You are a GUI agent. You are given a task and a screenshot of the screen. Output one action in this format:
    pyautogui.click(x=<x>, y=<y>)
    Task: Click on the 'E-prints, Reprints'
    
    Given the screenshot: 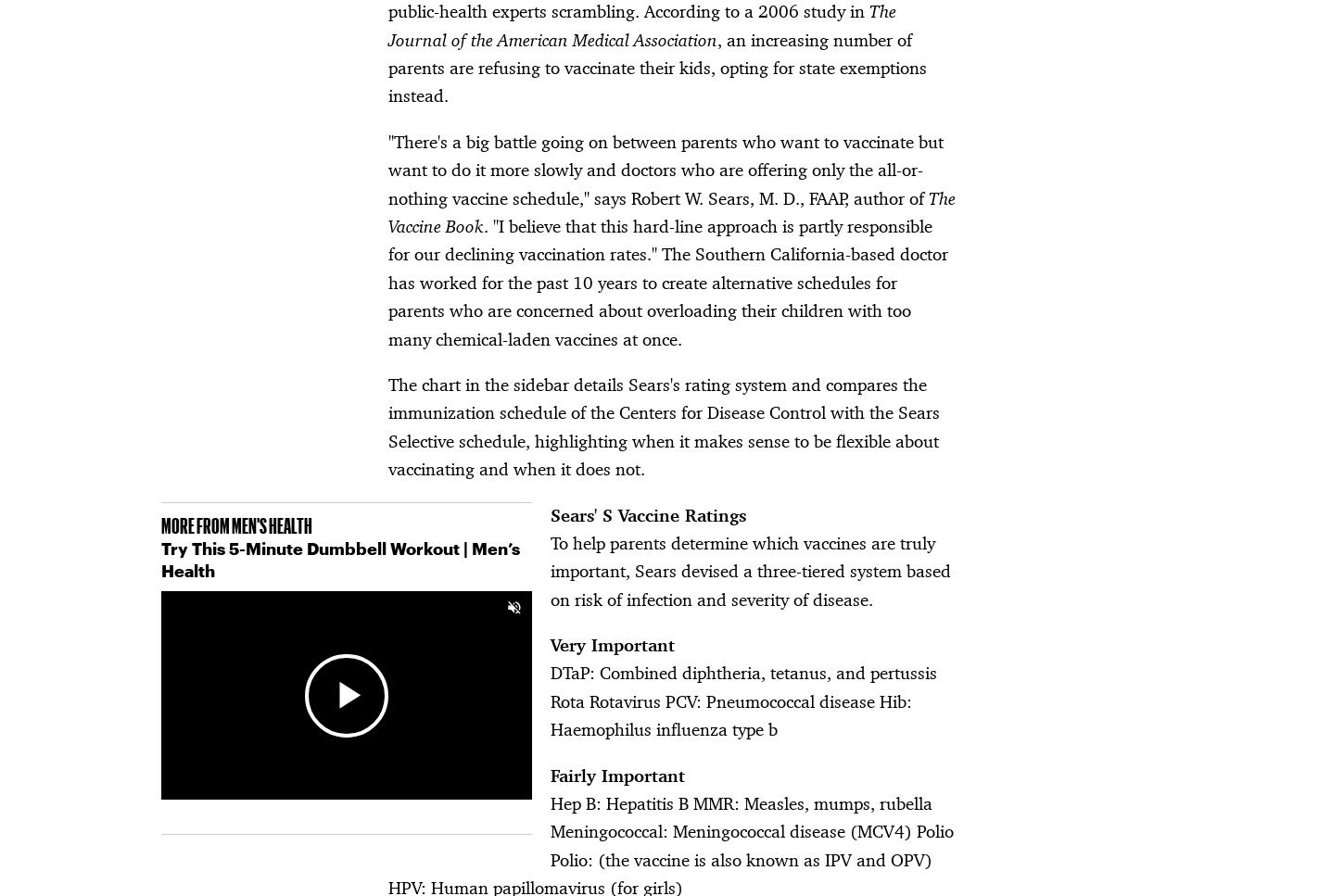 What is the action you would take?
    pyautogui.click(x=986, y=610)
    